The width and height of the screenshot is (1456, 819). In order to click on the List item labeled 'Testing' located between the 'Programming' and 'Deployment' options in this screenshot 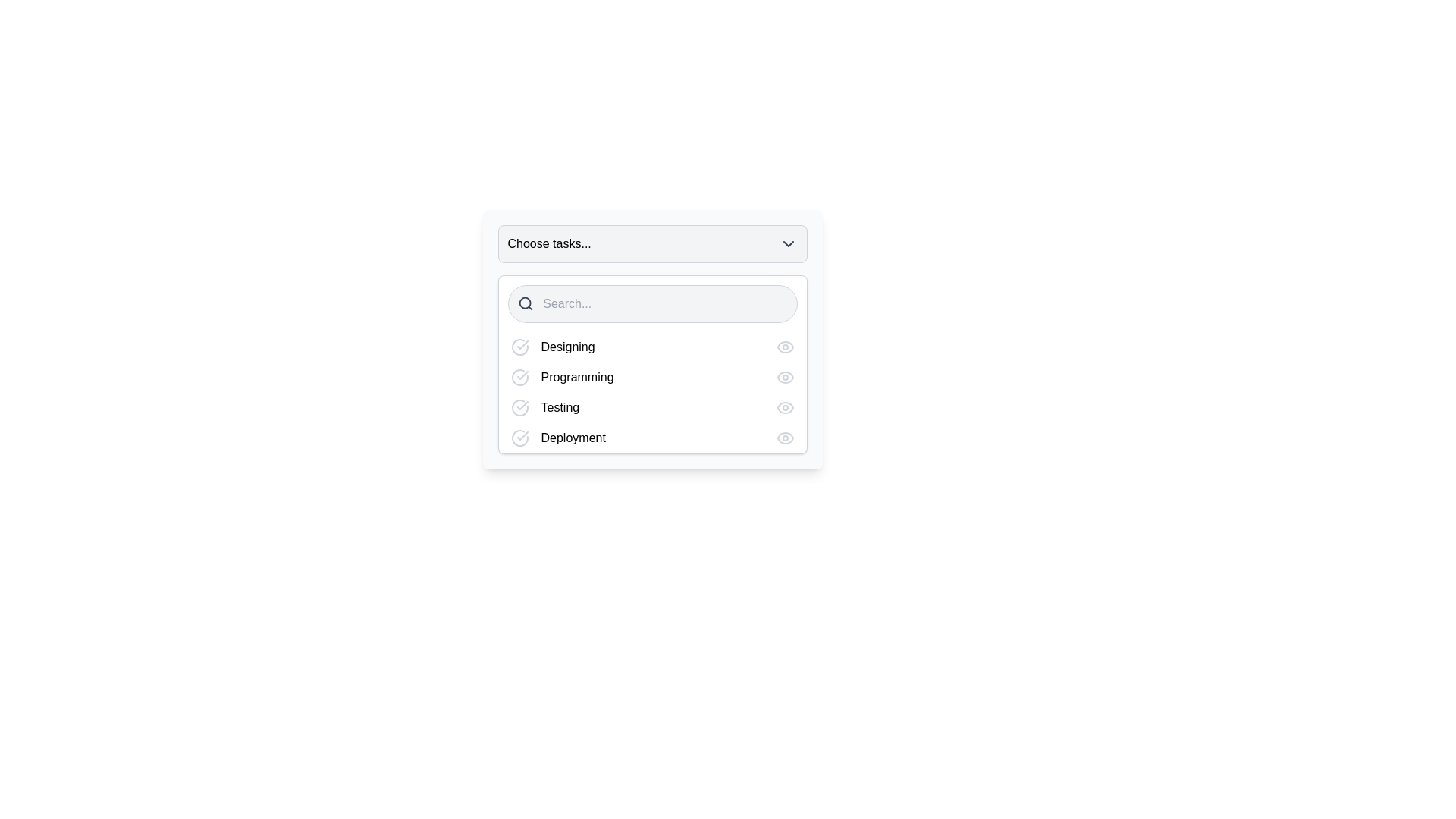, I will do `click(652, 406)`.